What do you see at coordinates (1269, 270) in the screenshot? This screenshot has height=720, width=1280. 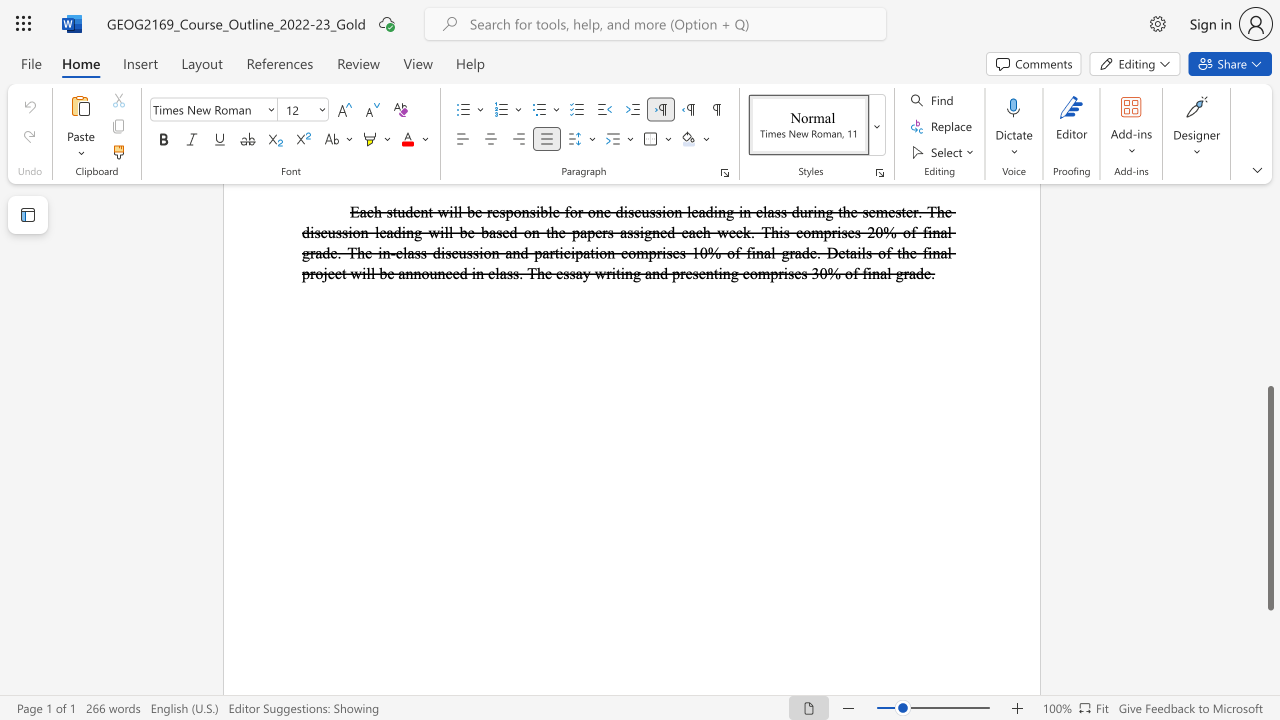 I see `the scrollbar to move the page upward` at bounding box center [1269, 270].